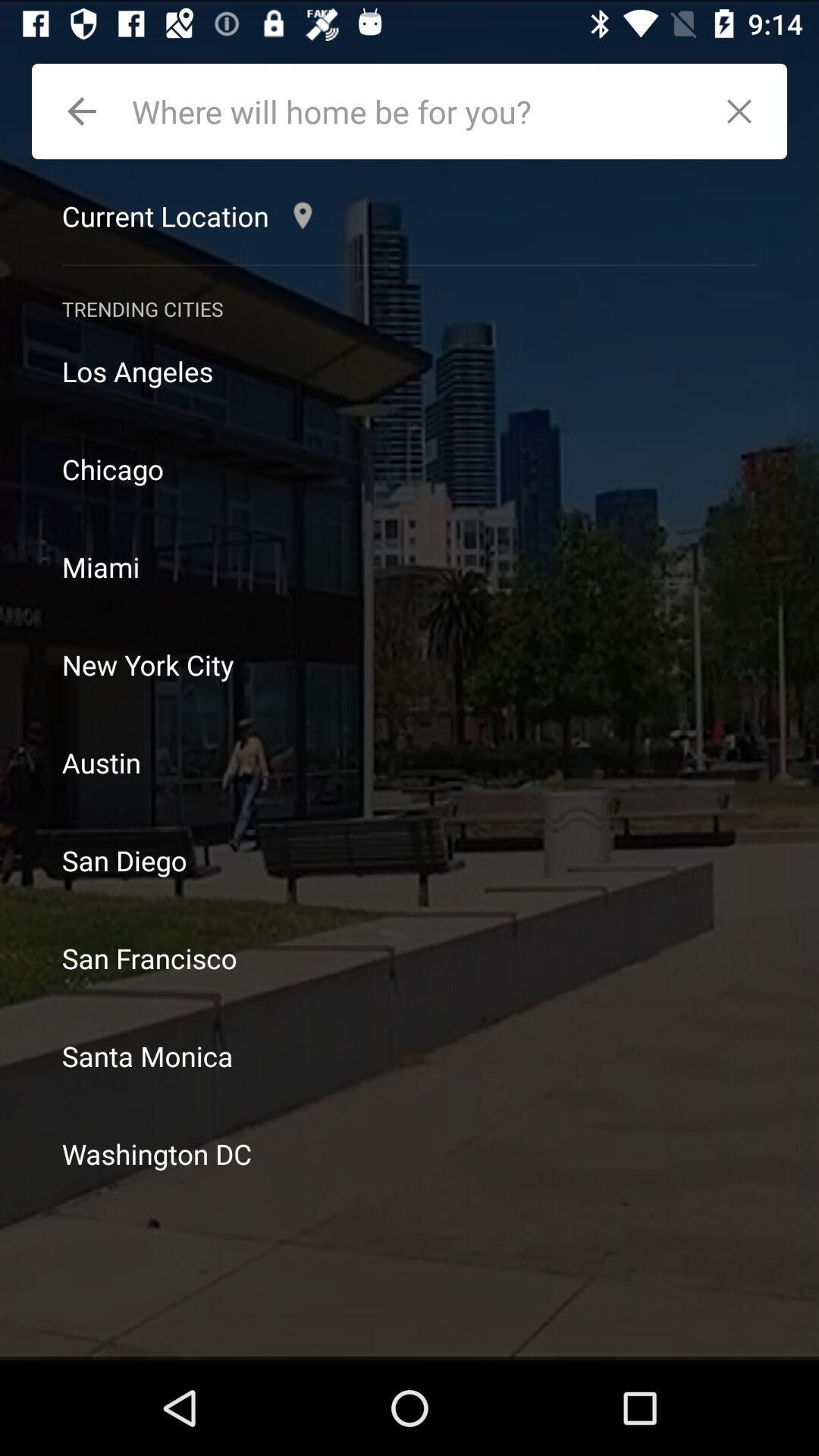 The width and height of the screenshot is (819, 1456). What do you see at coordinates (409, 664) in the screenshot?
I see `new york city` at bounding box center [409, 664].